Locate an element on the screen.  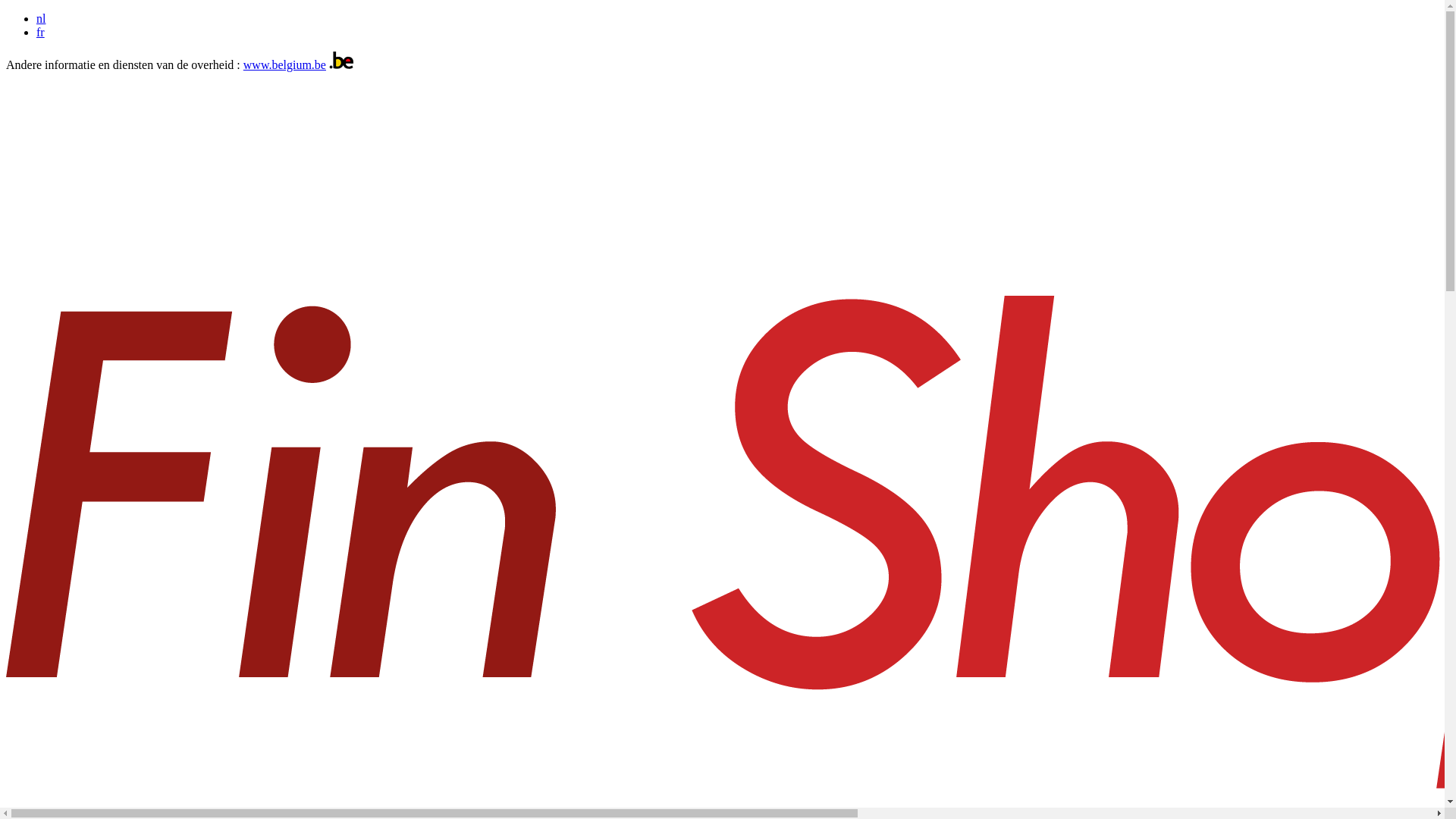
'nl' is located at coordinates (40, 18).